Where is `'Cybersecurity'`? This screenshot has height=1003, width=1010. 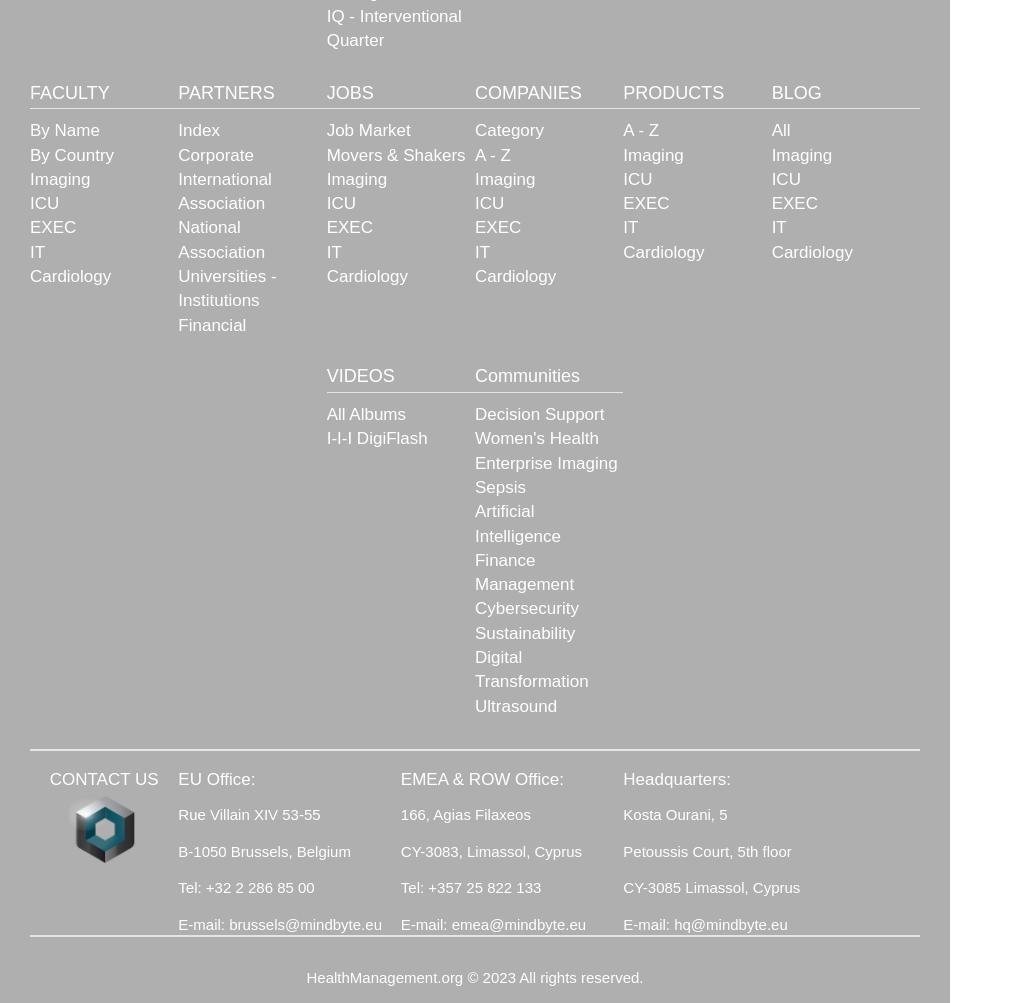 'Cybersecurity' is located at coordinates (473, 608).